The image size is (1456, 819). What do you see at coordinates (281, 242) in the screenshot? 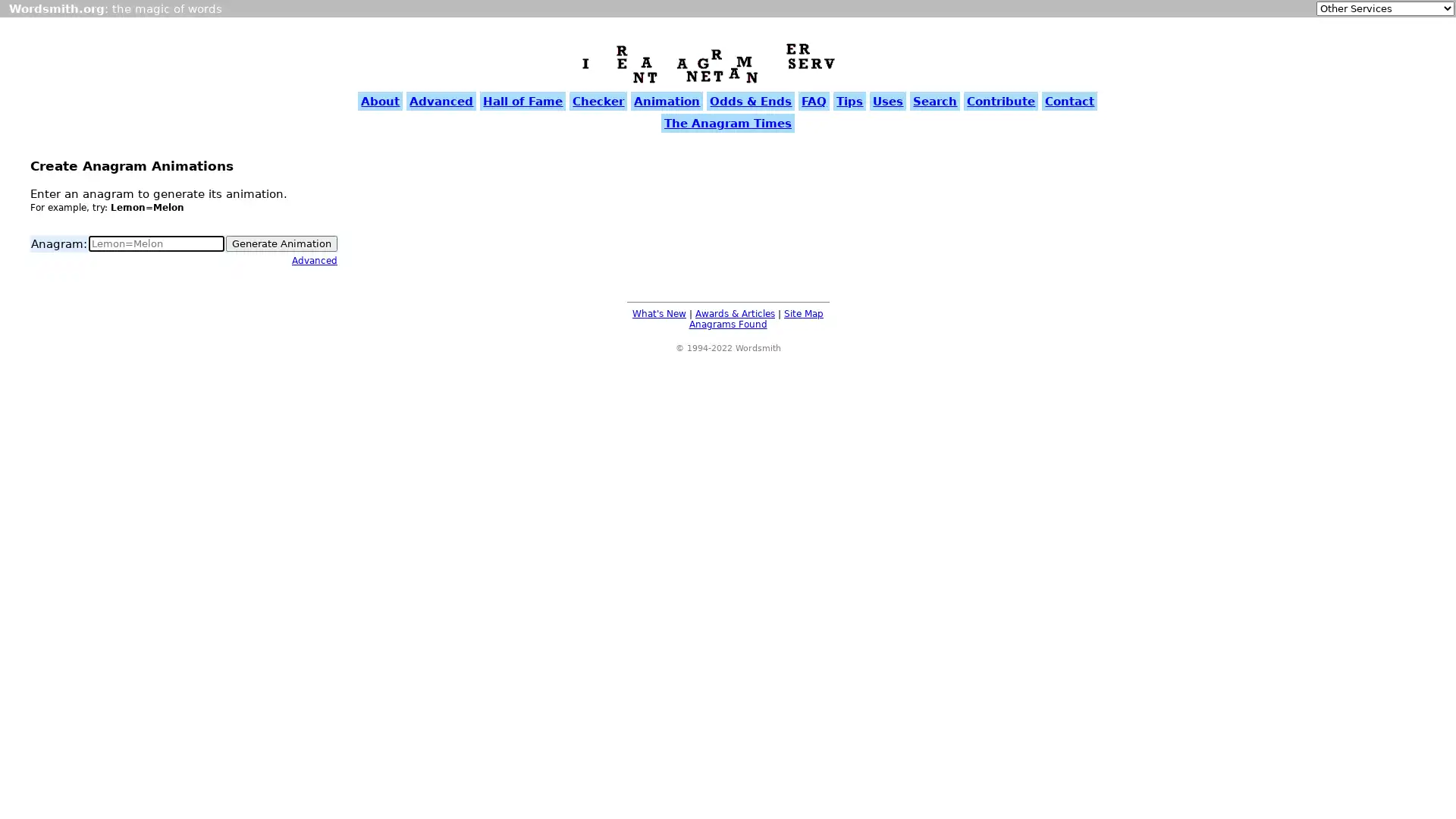
I see `Generate Animation` at bounding box center [281, 242].